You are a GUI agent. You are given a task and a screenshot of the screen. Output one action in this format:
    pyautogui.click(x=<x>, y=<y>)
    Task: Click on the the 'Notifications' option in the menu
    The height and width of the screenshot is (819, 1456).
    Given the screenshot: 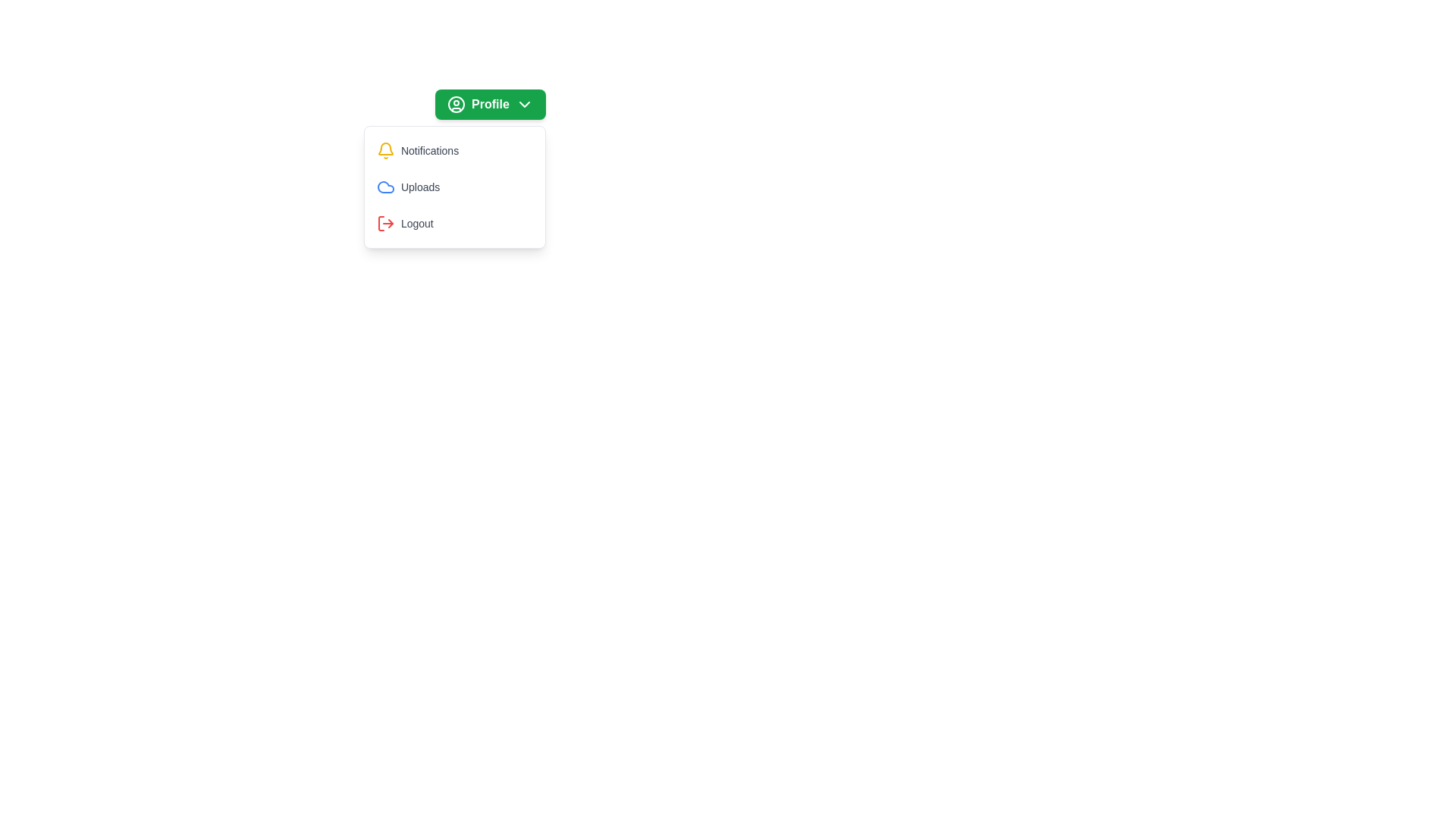 What is the action you would take?
    pyautogui.click(x=453, y=151)
    